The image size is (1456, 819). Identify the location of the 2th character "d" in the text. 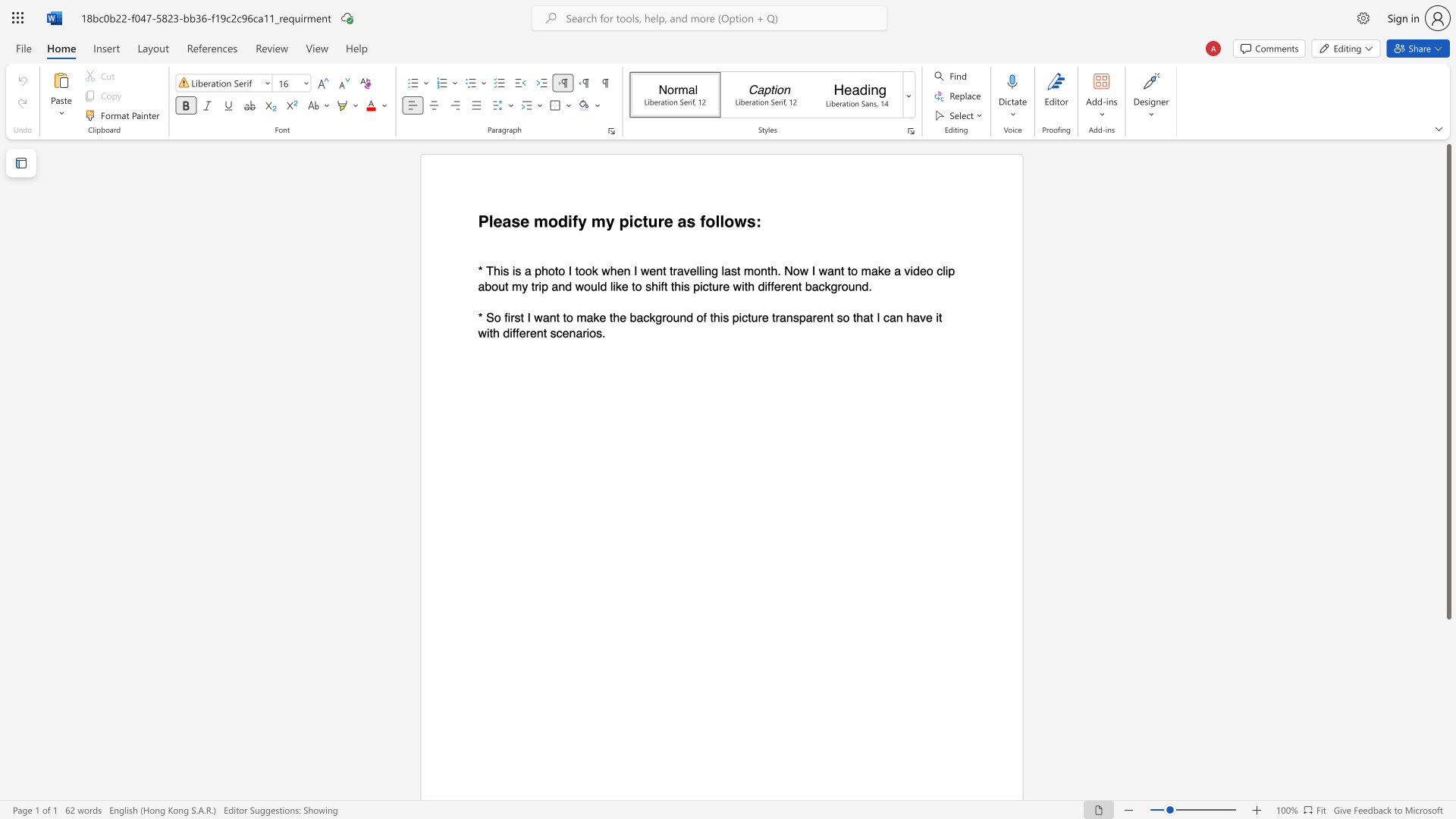
(567, 286).